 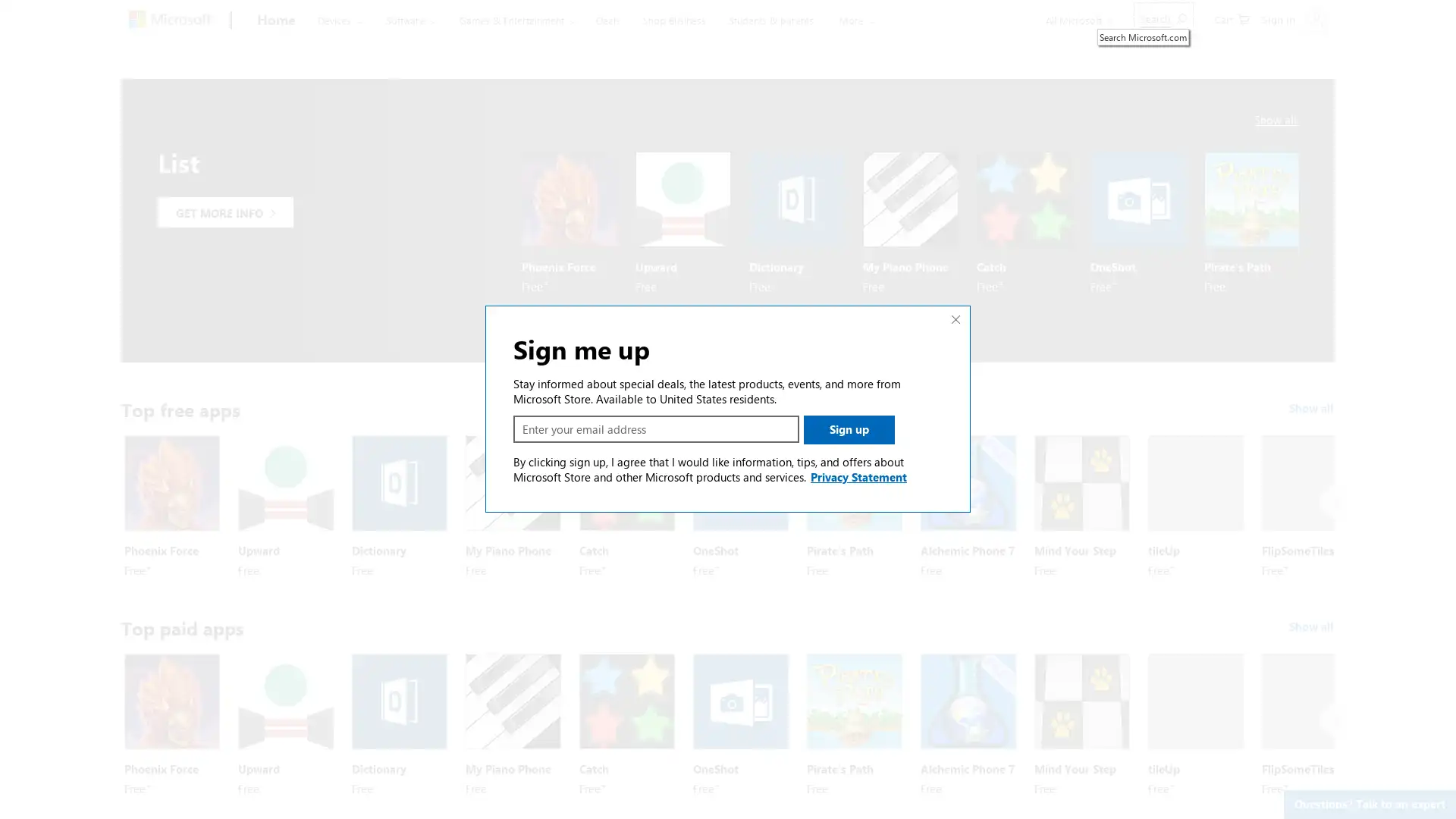 What do you see at coordinates (1335, 719) in the screenshot?
I see `Next` at bounding box center [1335, 719].